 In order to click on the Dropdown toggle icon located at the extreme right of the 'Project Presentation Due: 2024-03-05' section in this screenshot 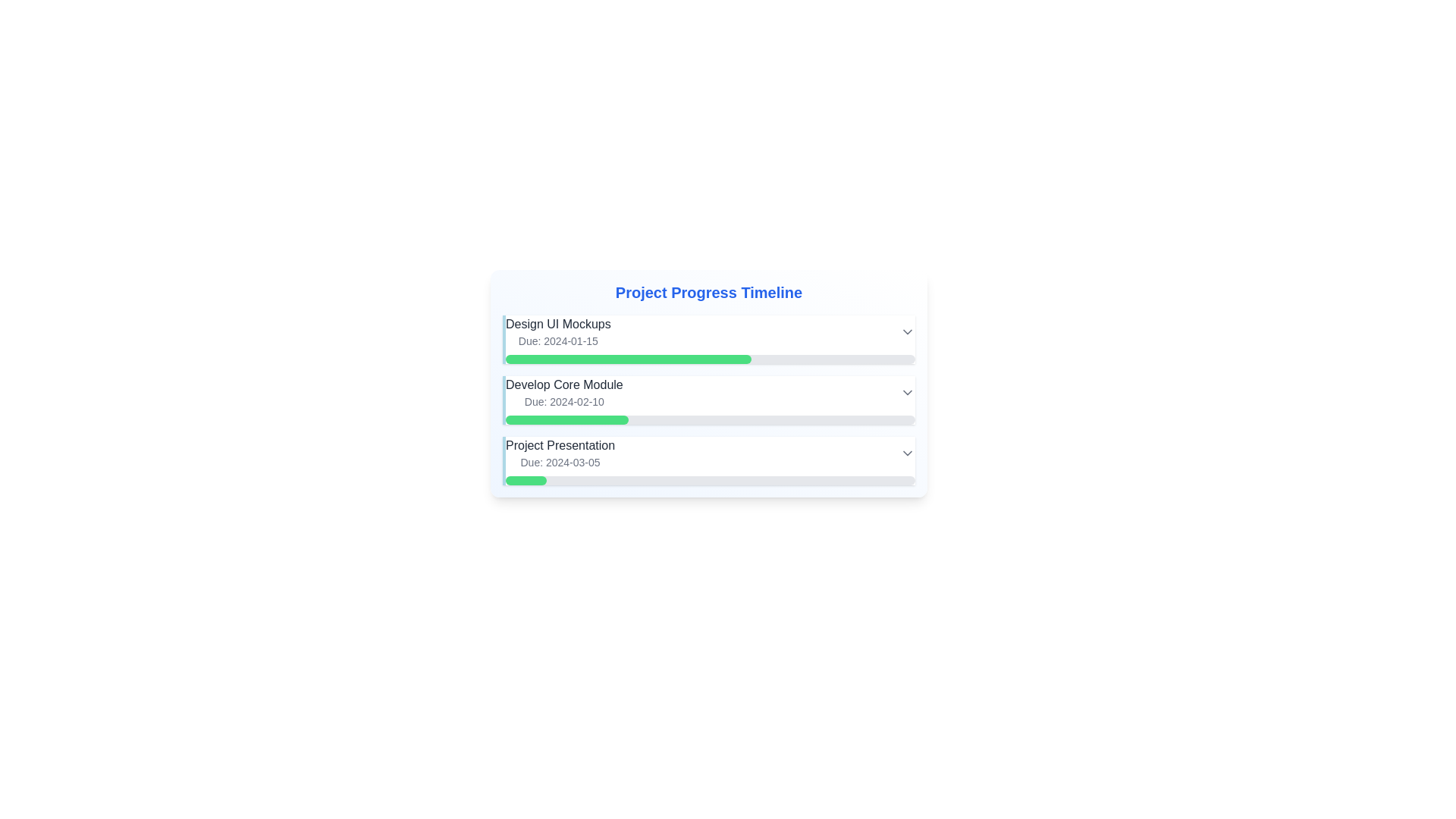, I will do `click(907, 452)`.